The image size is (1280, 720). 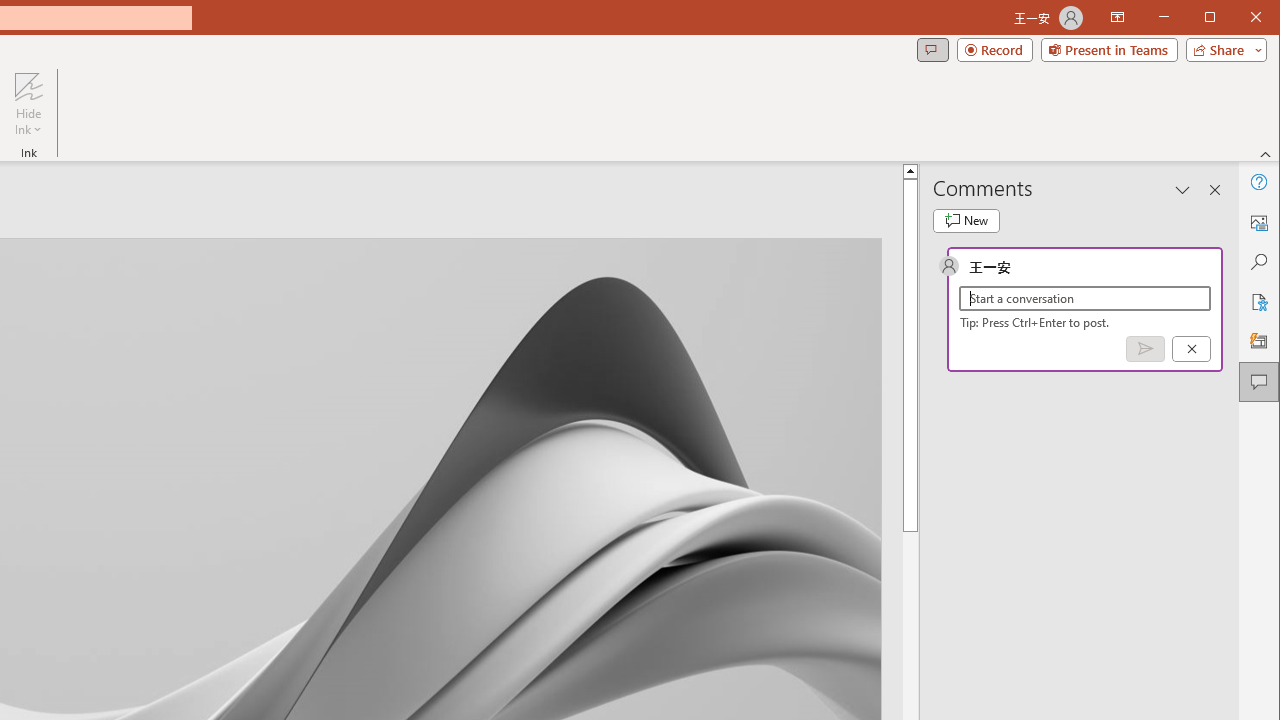 What do you see at coordinates (1145, 348) in the screenshot?
I see `'Post comment (Ctrl + Enter)'` at bounding box center [1145, 348].